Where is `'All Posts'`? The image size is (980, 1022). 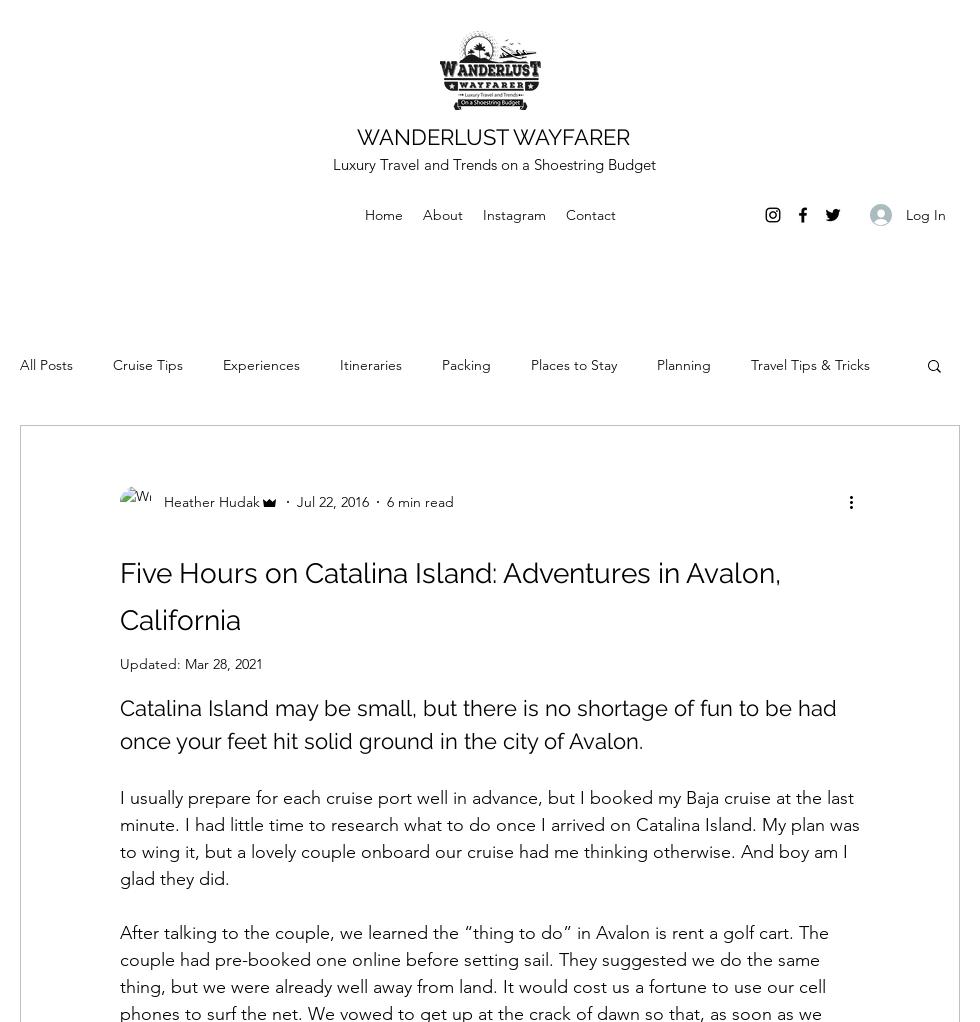 'All Posts' is located at coordinates (46, 364).